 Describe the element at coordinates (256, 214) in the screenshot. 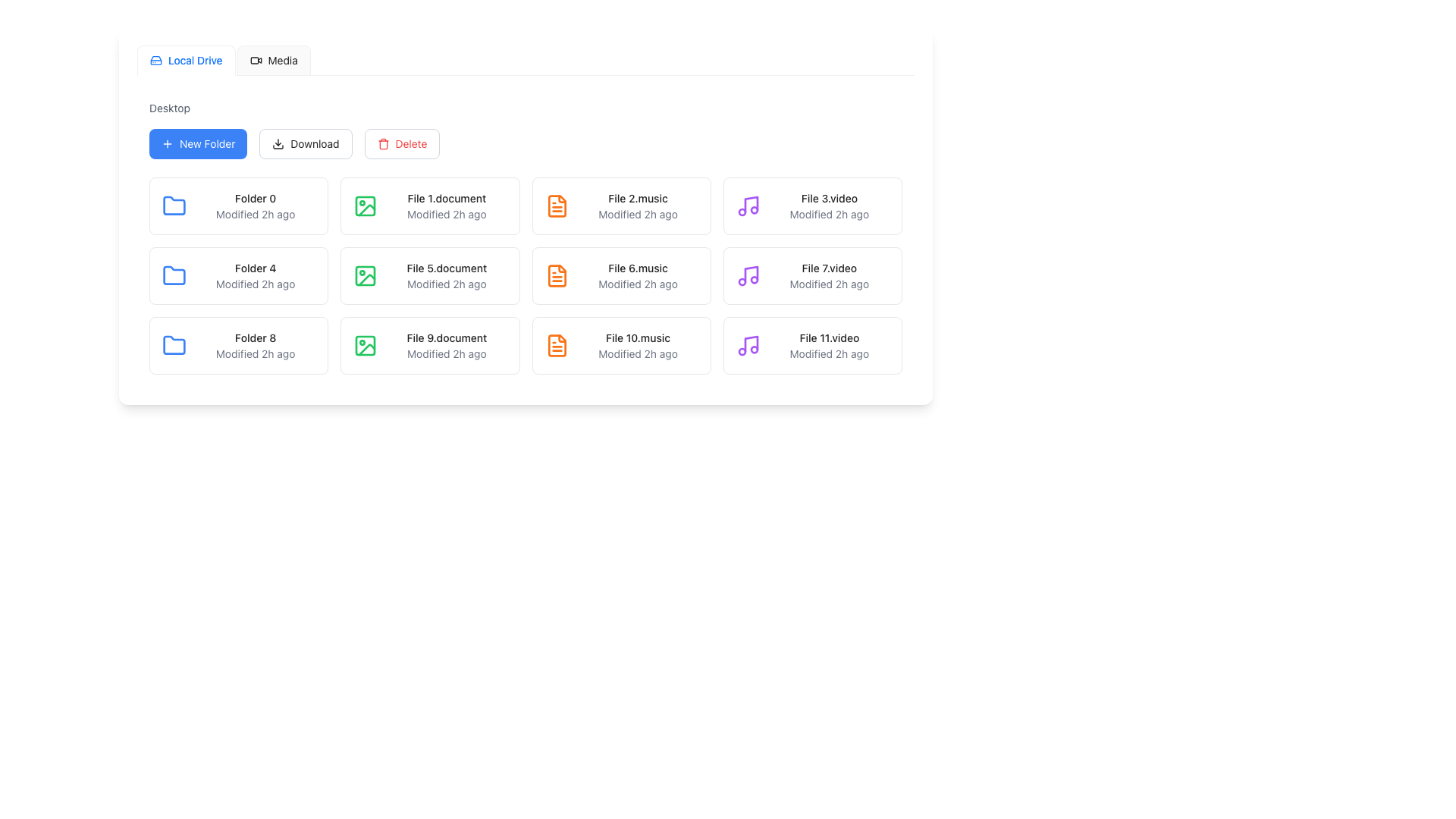

I see `the text label stating 'Modified 2h ago', which is styled in small gray font and located directly below 'Folder 0' in the file manager layout` at that location.